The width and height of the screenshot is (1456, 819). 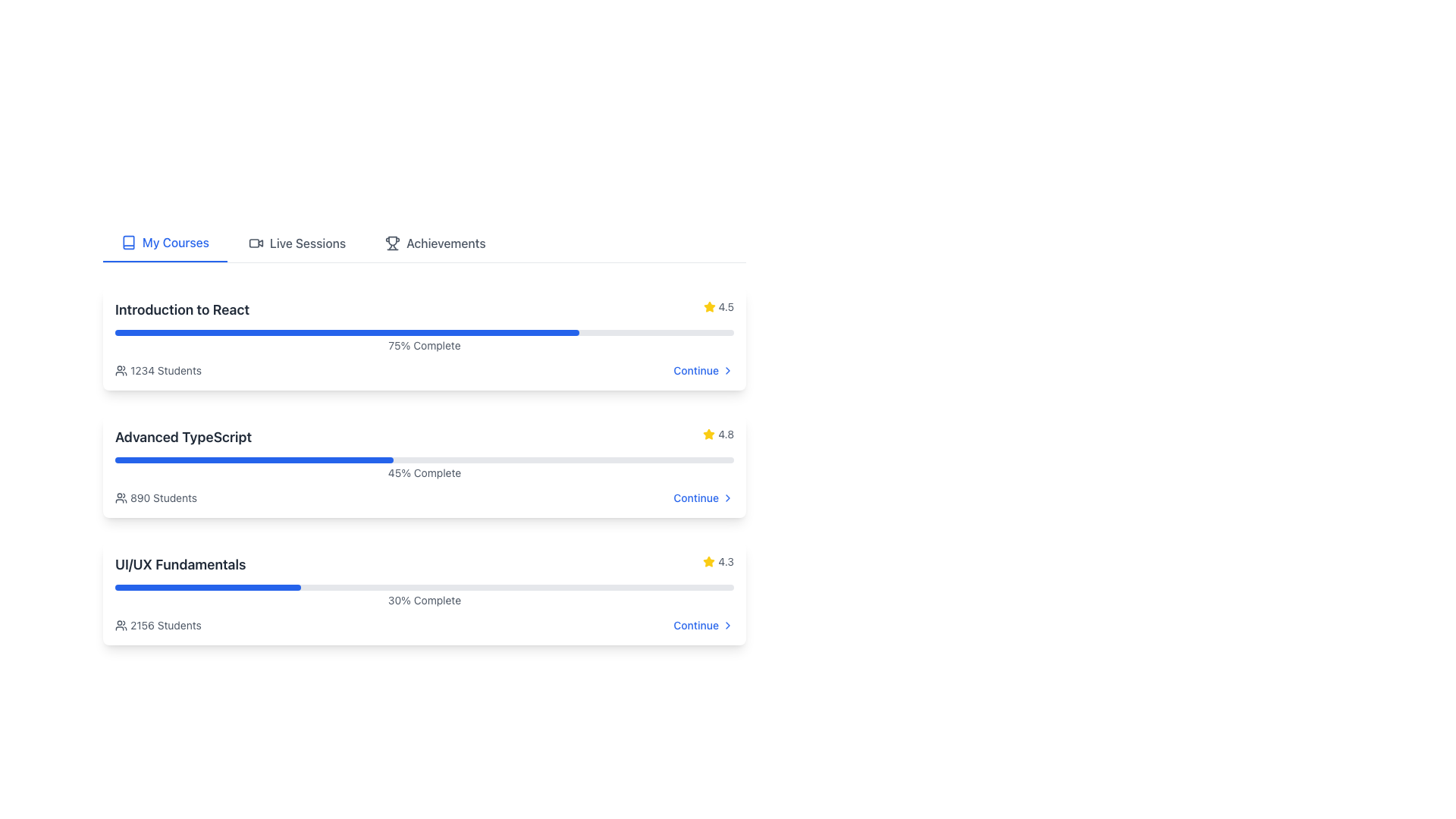 I want to click on the progress bar indicating 45% completion within the 'Advanced TypeScript' section, so click(x=425, y=459).